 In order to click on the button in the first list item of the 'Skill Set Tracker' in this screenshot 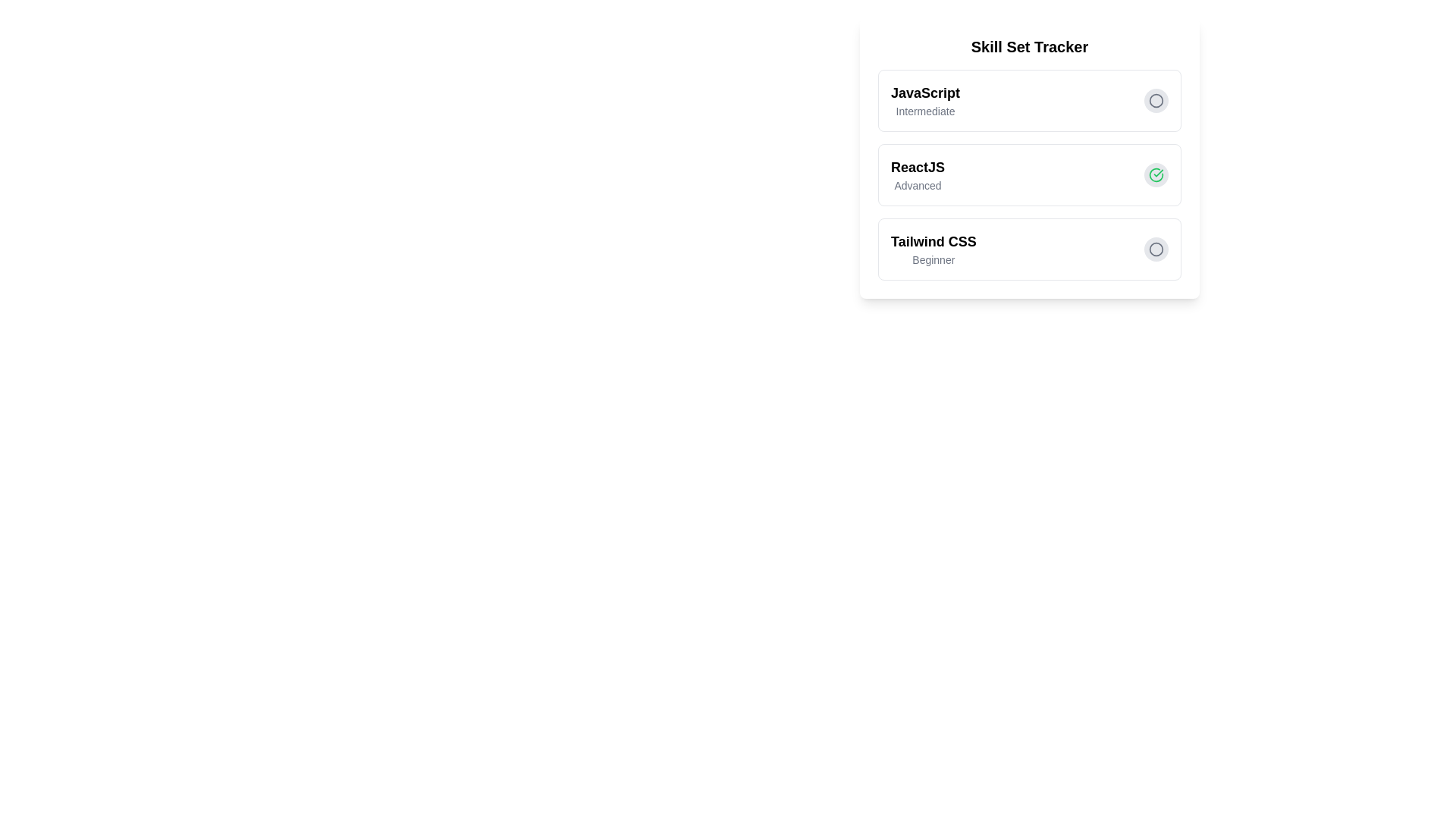, I will do `click(1030, 100)`.